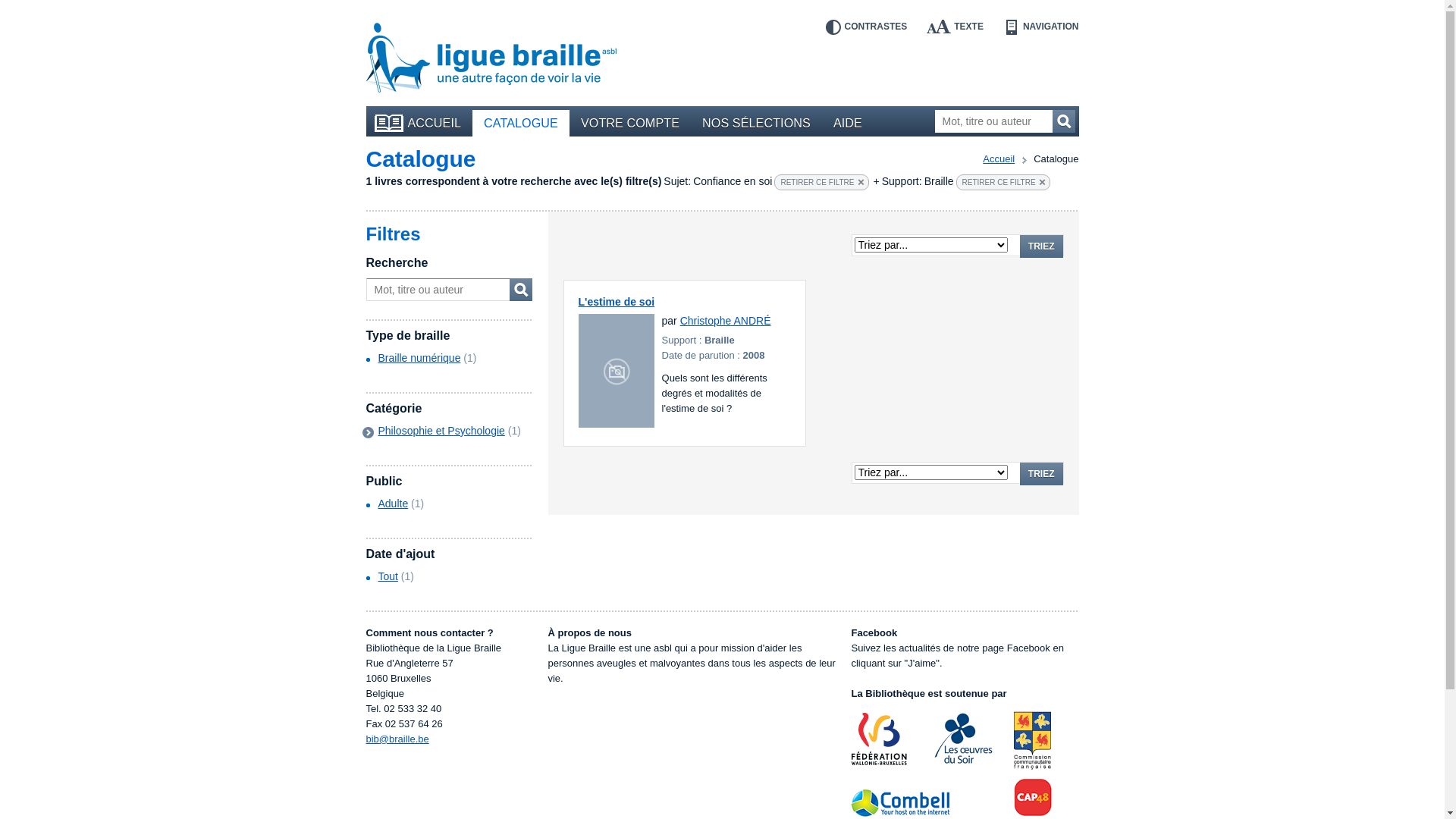  Describe the element at coordinates (954, 27) in the screenshot. I see `'TEXTE'` at that location.